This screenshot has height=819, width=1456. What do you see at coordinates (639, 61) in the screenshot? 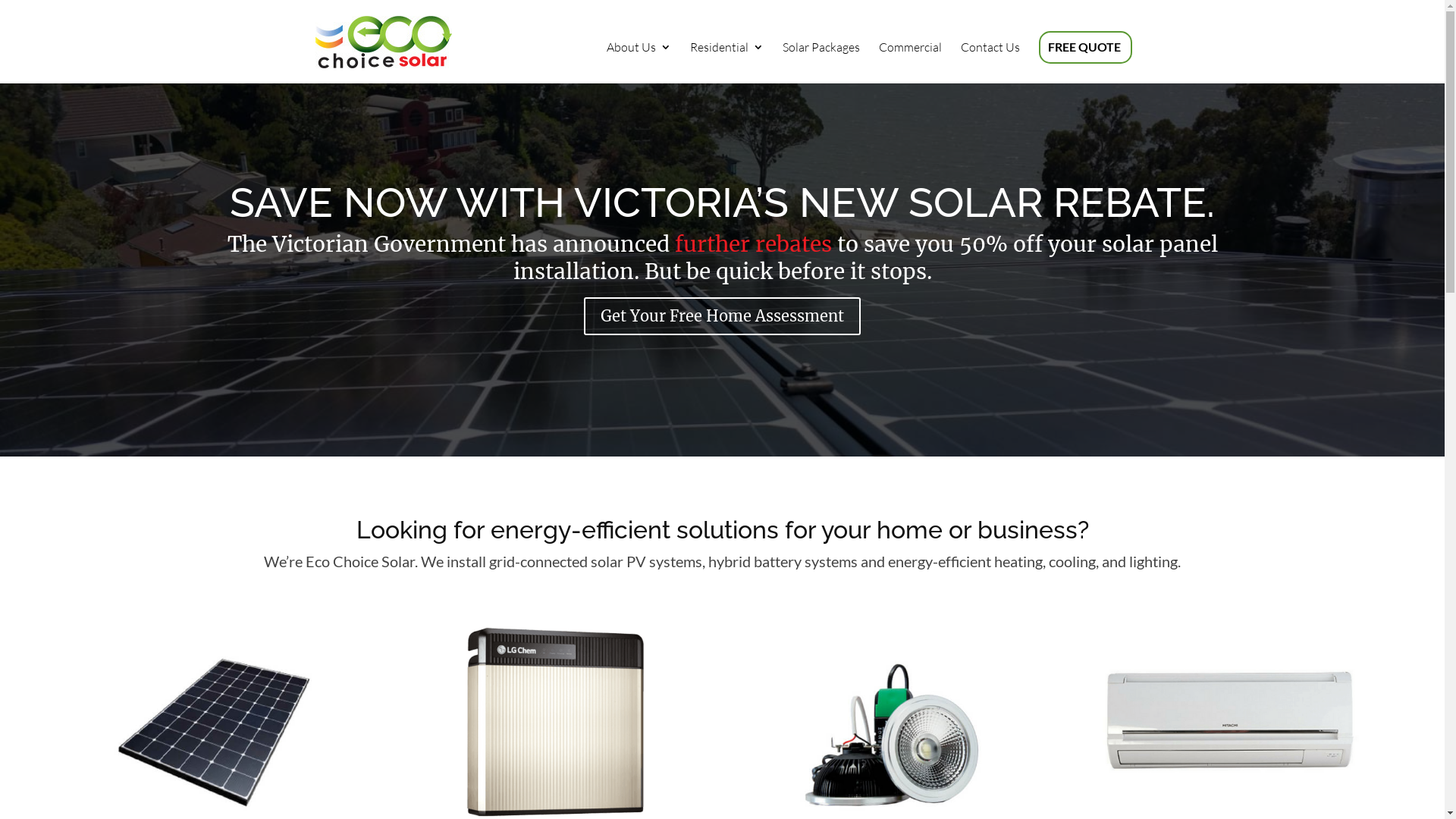
I see `'About Us'` at bounding box center [639, 61].